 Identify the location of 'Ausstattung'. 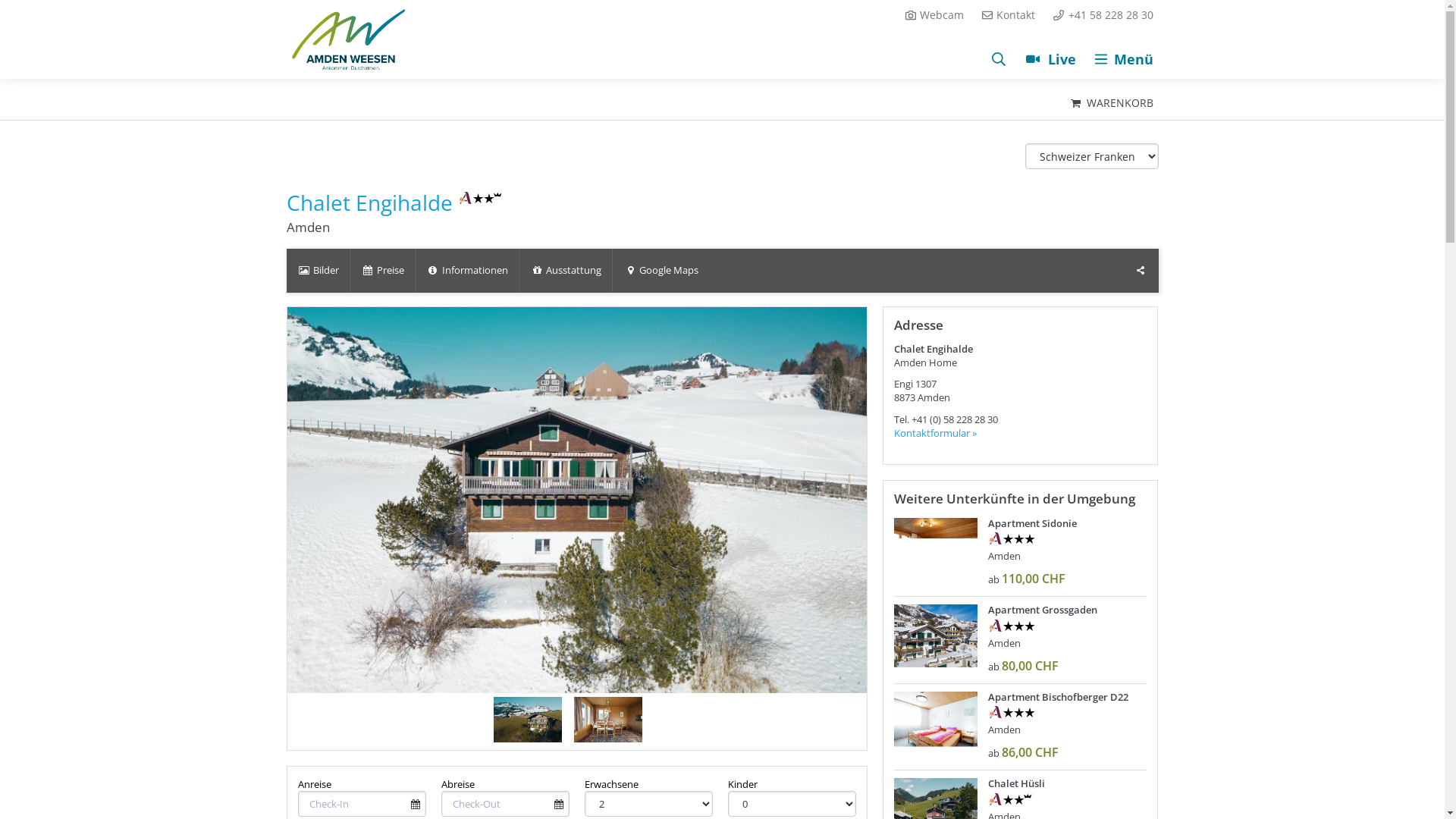
(564, 270).